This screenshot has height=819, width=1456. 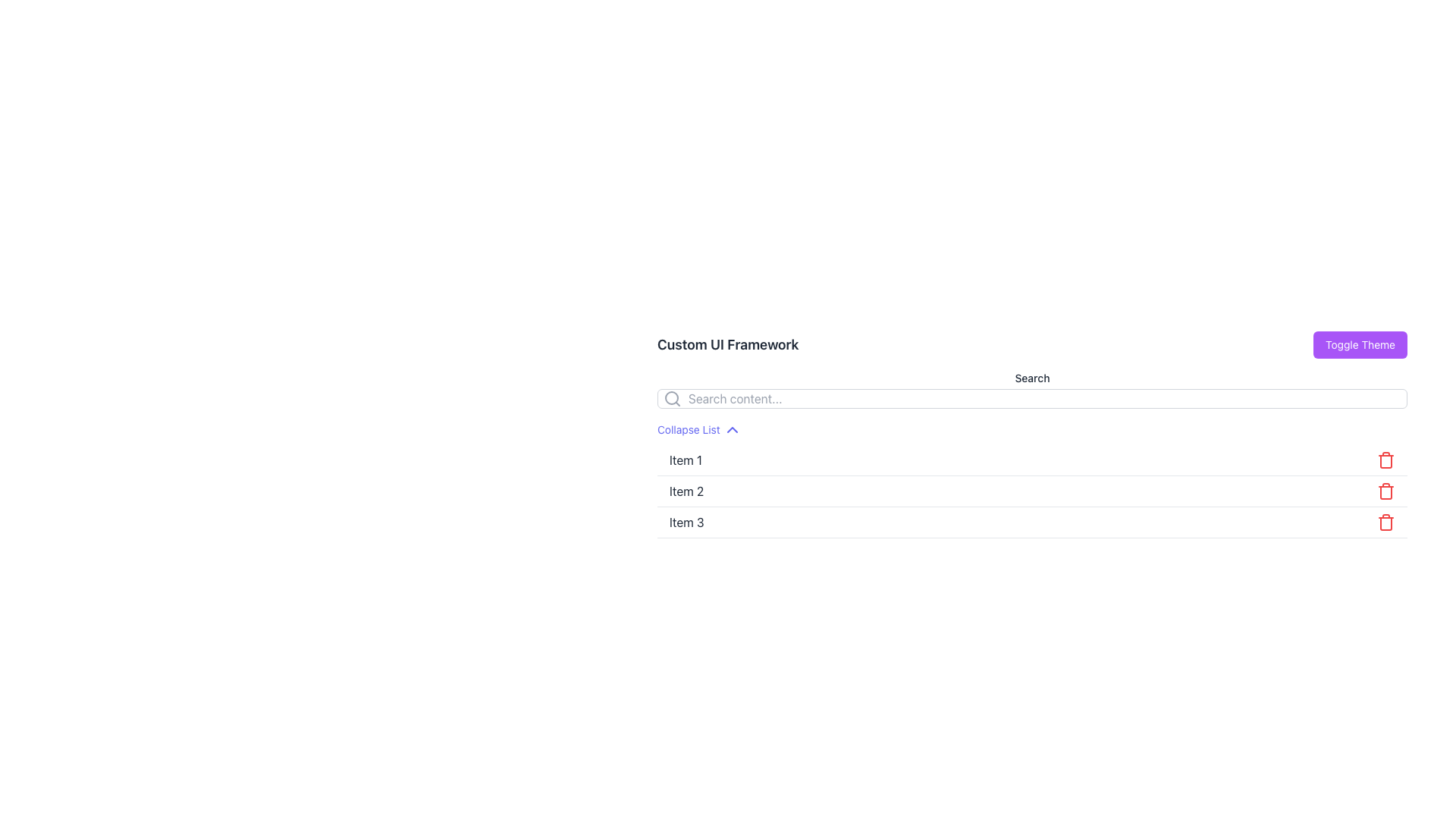 I want to click on the Text Label that describes the associated search input field, positioned above it and to the left of an icon, so click(x=1031, y=377).